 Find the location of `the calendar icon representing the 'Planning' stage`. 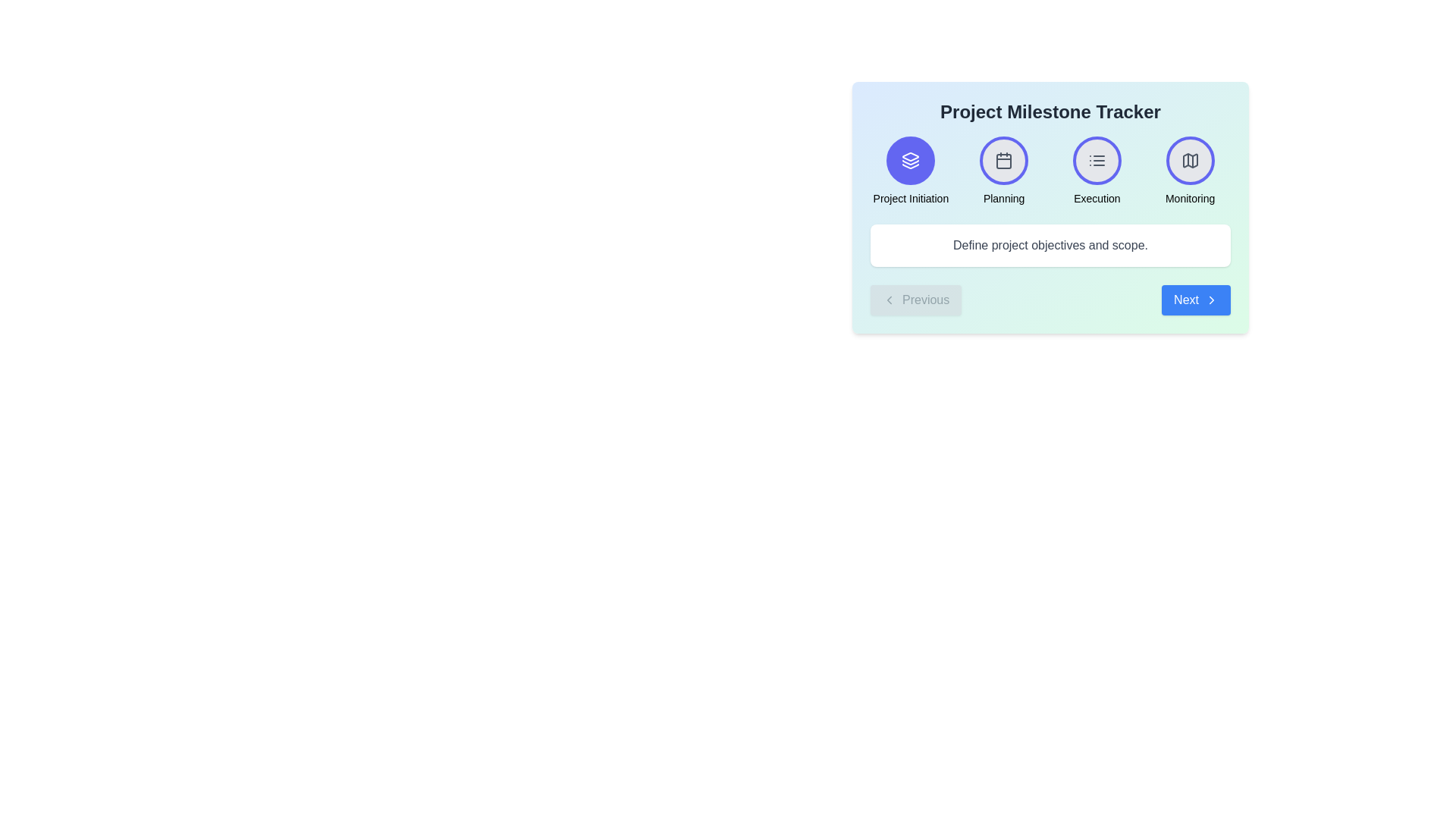

the calendar icon representing the 'Planning' stage is located at coordinates (1004, 161).